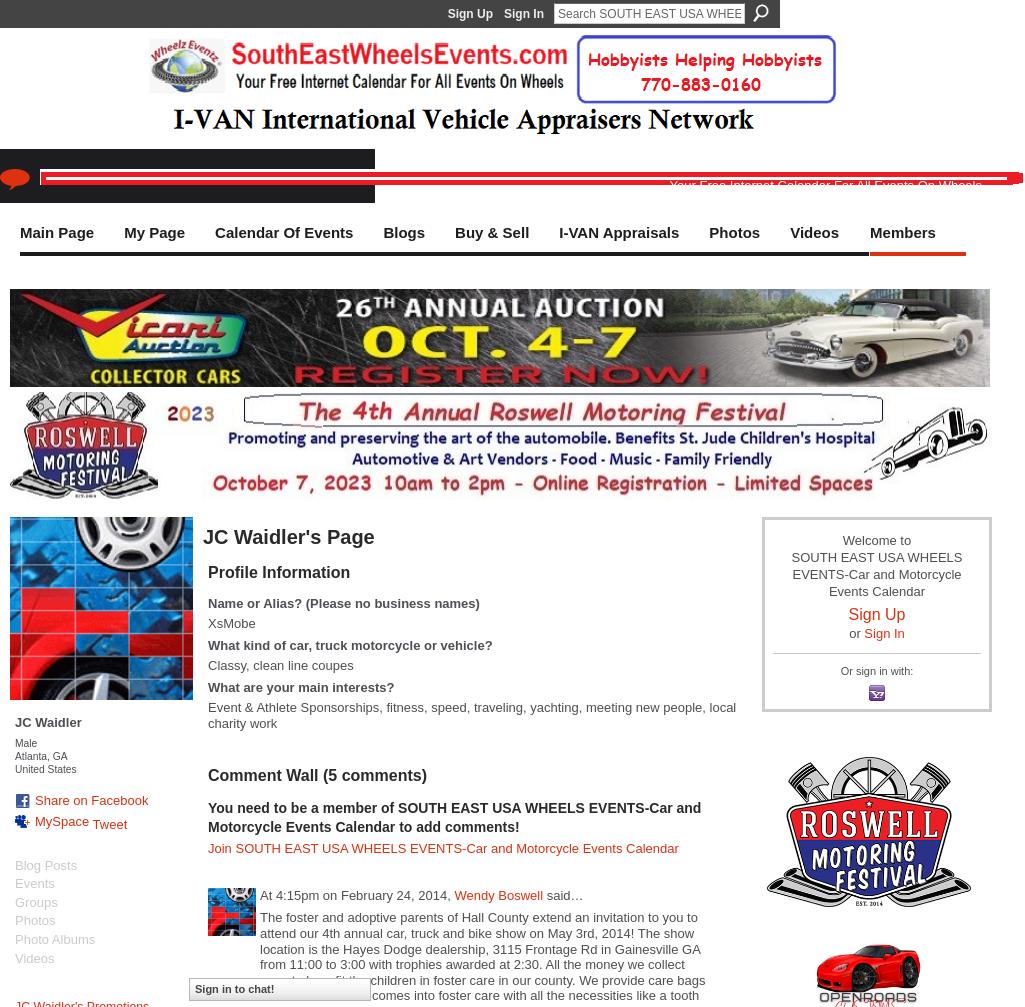  What do you see at coordinates (453, 815) in the screenshot?
I see `'You need to be a member of SOUTH EAST USA WHEELS EVENTS-Car and Motorcycle Events Calendar to add comments!'` at bounding box center [453, 815].